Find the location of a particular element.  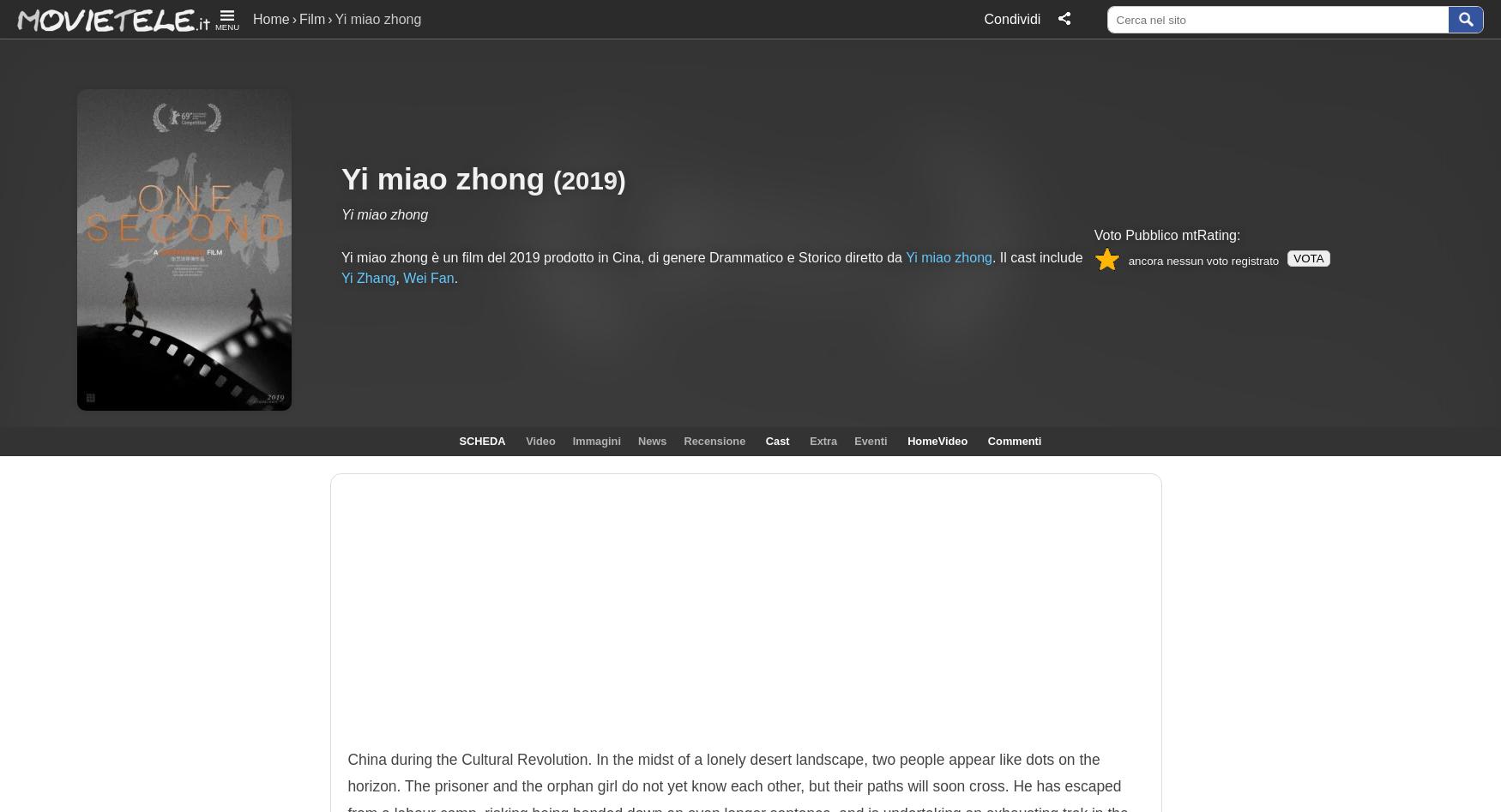

'SCHEDA' is located at coordinates (480, 440).